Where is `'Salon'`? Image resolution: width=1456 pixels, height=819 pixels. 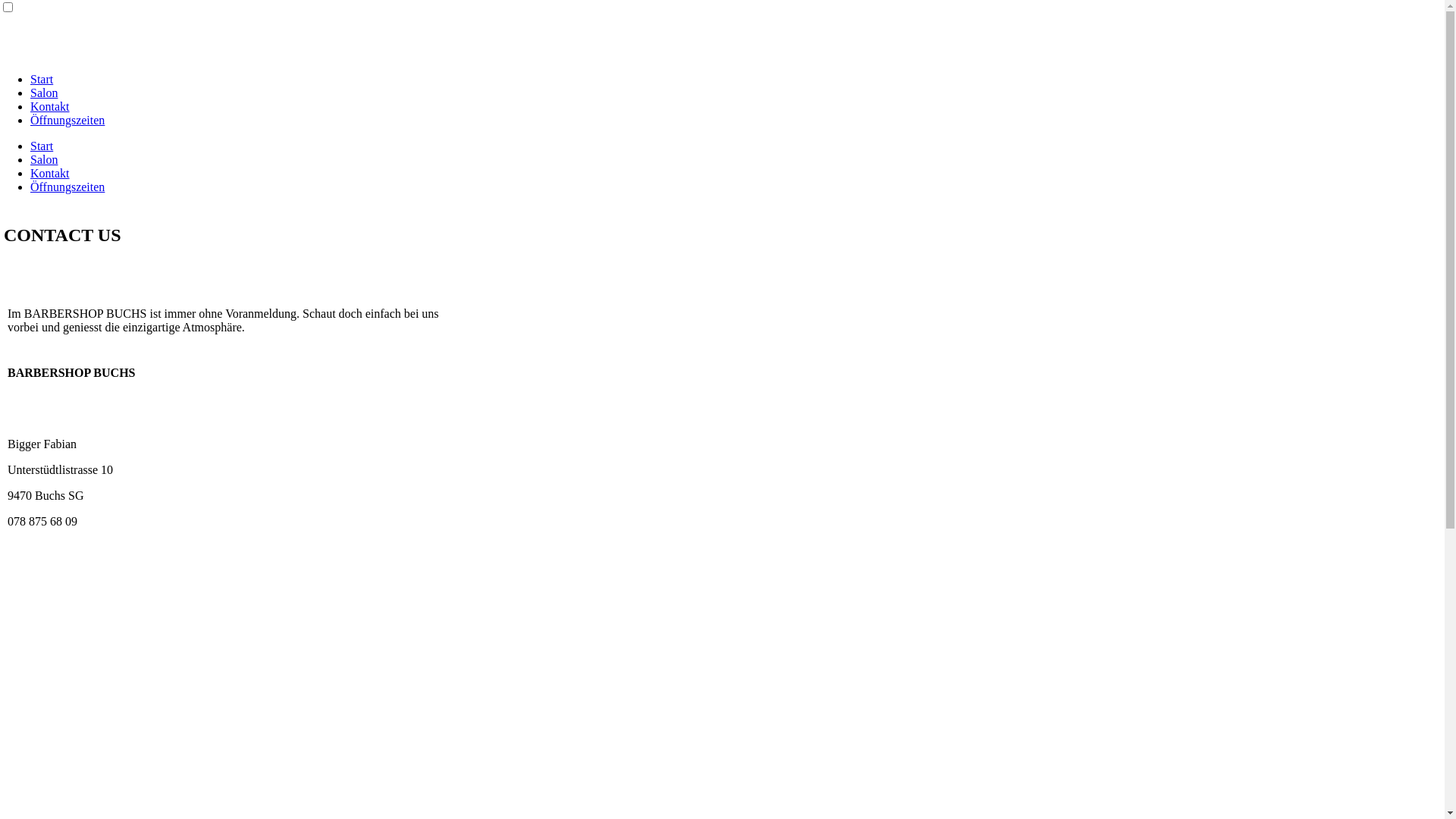
'Salon' is located at coordinates (43, 159).